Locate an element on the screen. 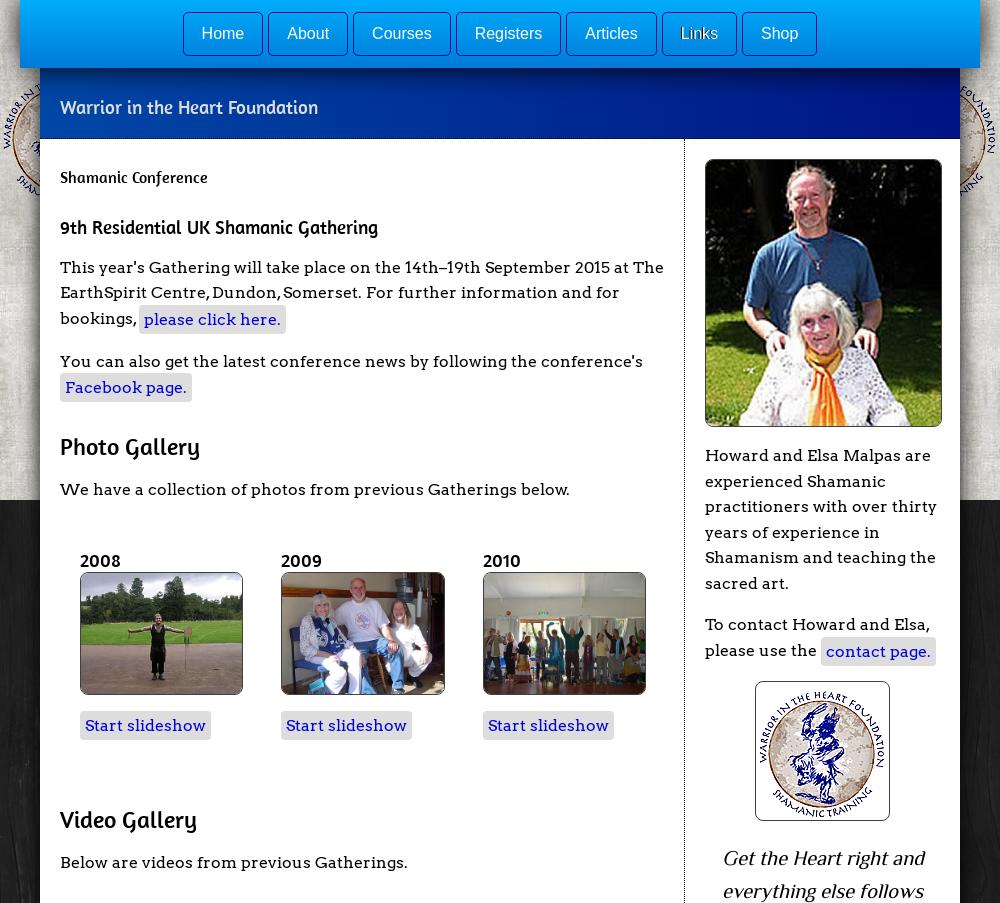 The width and height of the screenshot is (1000, 903). 'contact page.' is located at coordinates (878, 650).